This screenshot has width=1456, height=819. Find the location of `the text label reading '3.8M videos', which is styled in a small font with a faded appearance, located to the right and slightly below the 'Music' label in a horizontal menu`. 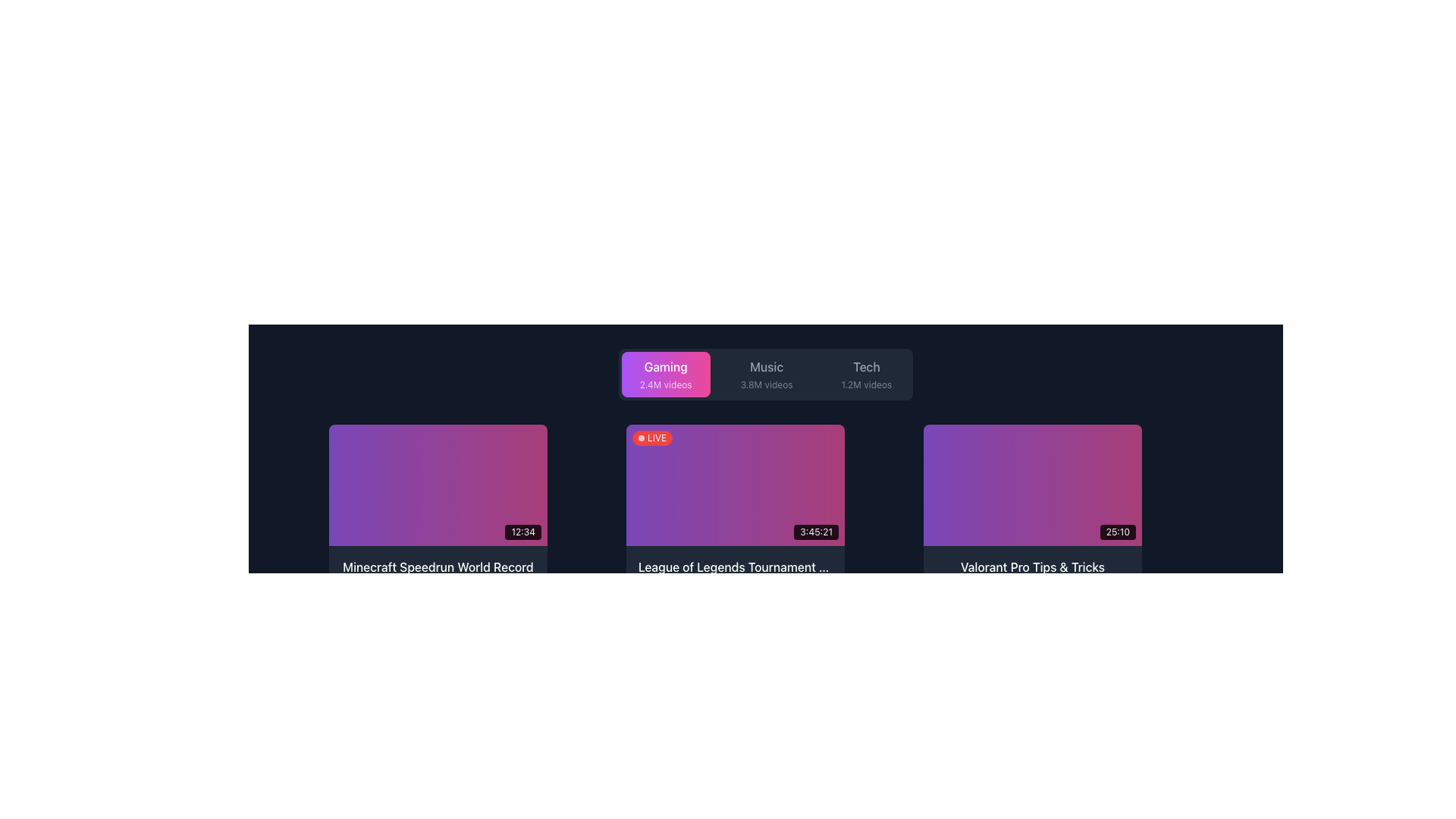

the text label reading '3.8M videos', which is styled in a small font with a faded appearance, located to the right and slightly below the 'Music' label in a horizontal menu is located at coordinates (767, 384).